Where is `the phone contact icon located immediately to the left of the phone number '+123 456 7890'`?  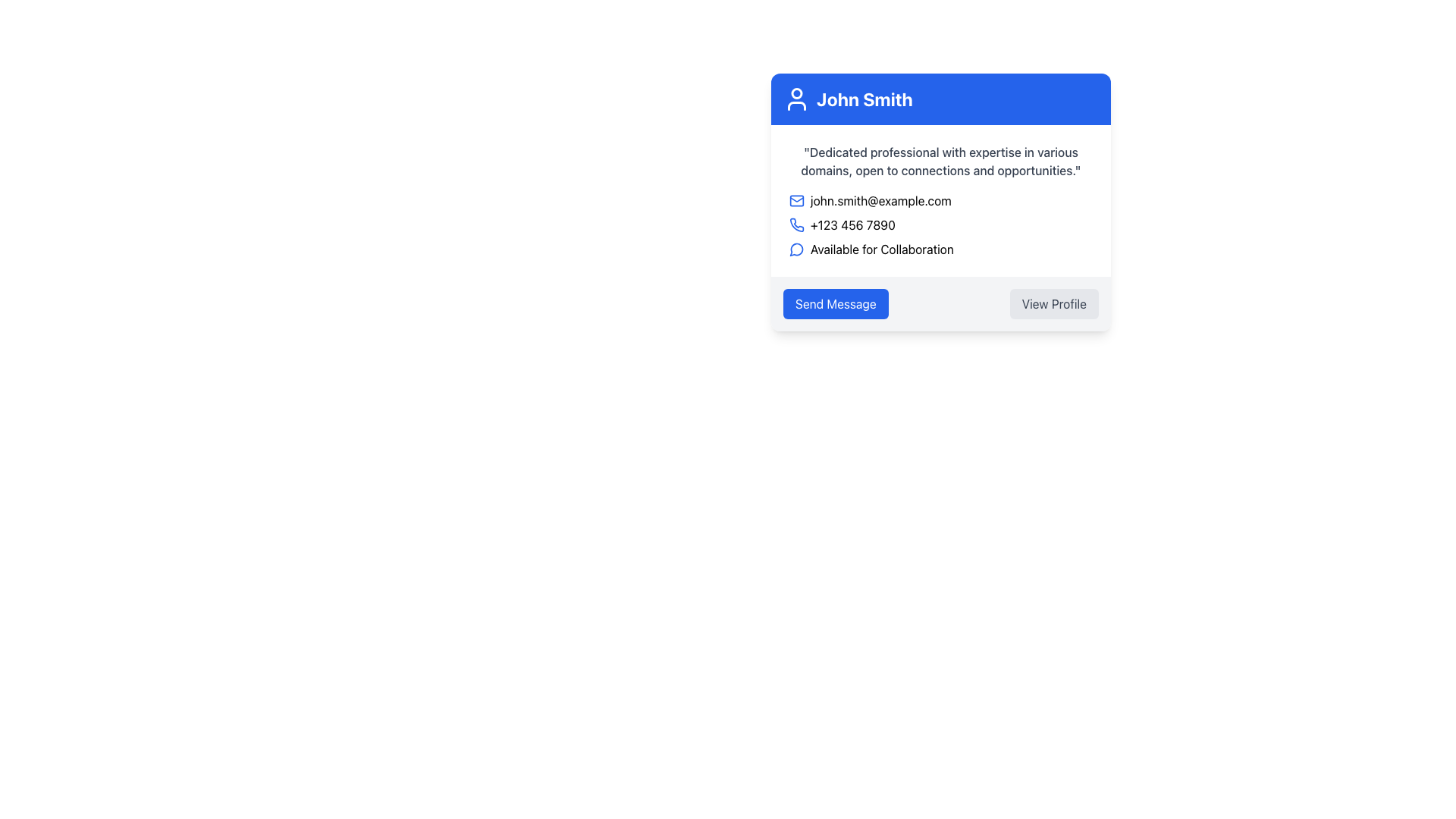
the phone contact icon located immediately to the left of the phone number '+123 456 7890' is located at coordinates (796, 225).